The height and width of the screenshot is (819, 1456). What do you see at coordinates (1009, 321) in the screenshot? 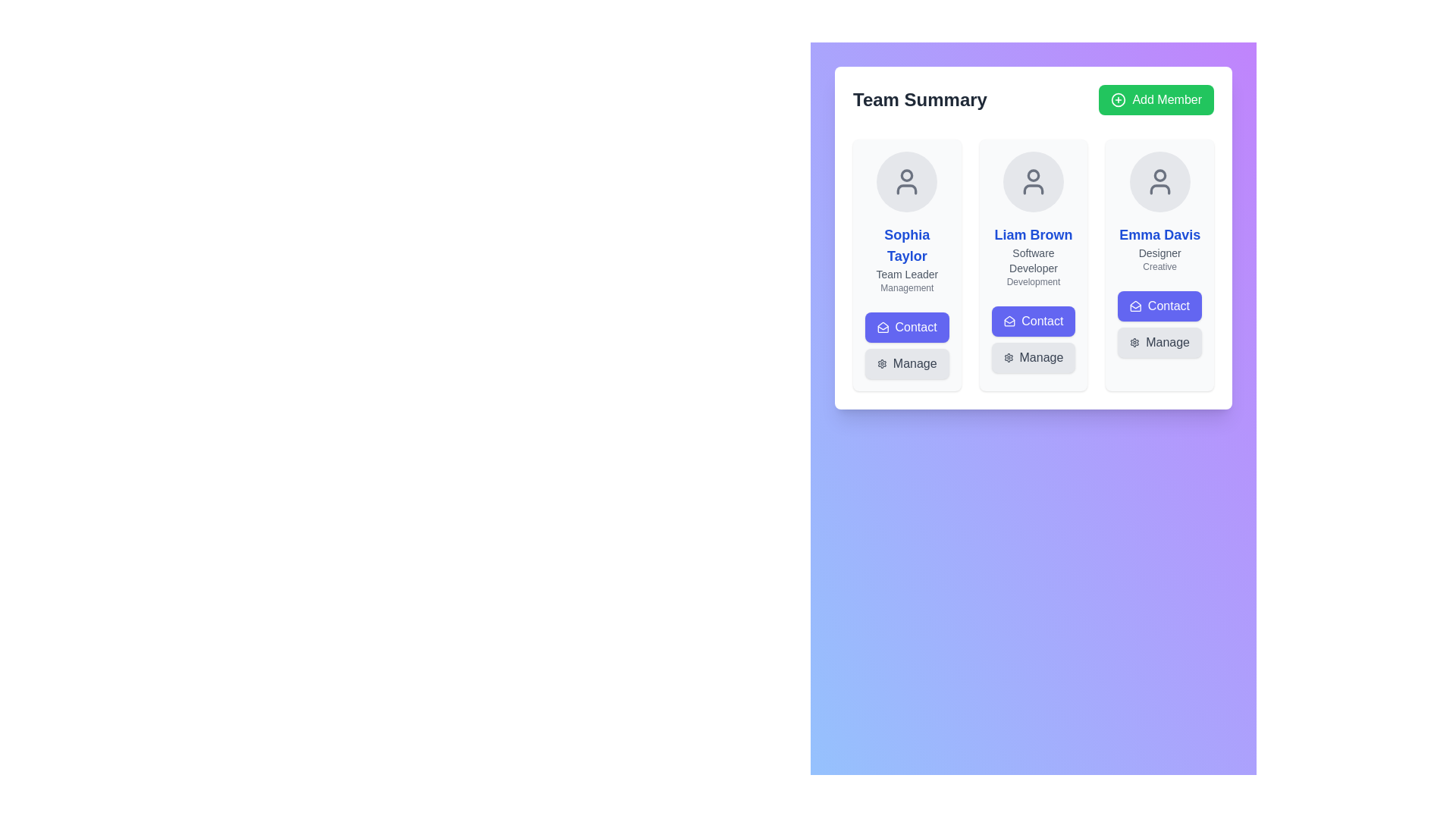
I see `the contact SVG icon located in the middle card under the name 'Liam Brown' in the 'Contact' button` at bounding box center [1009, 321].